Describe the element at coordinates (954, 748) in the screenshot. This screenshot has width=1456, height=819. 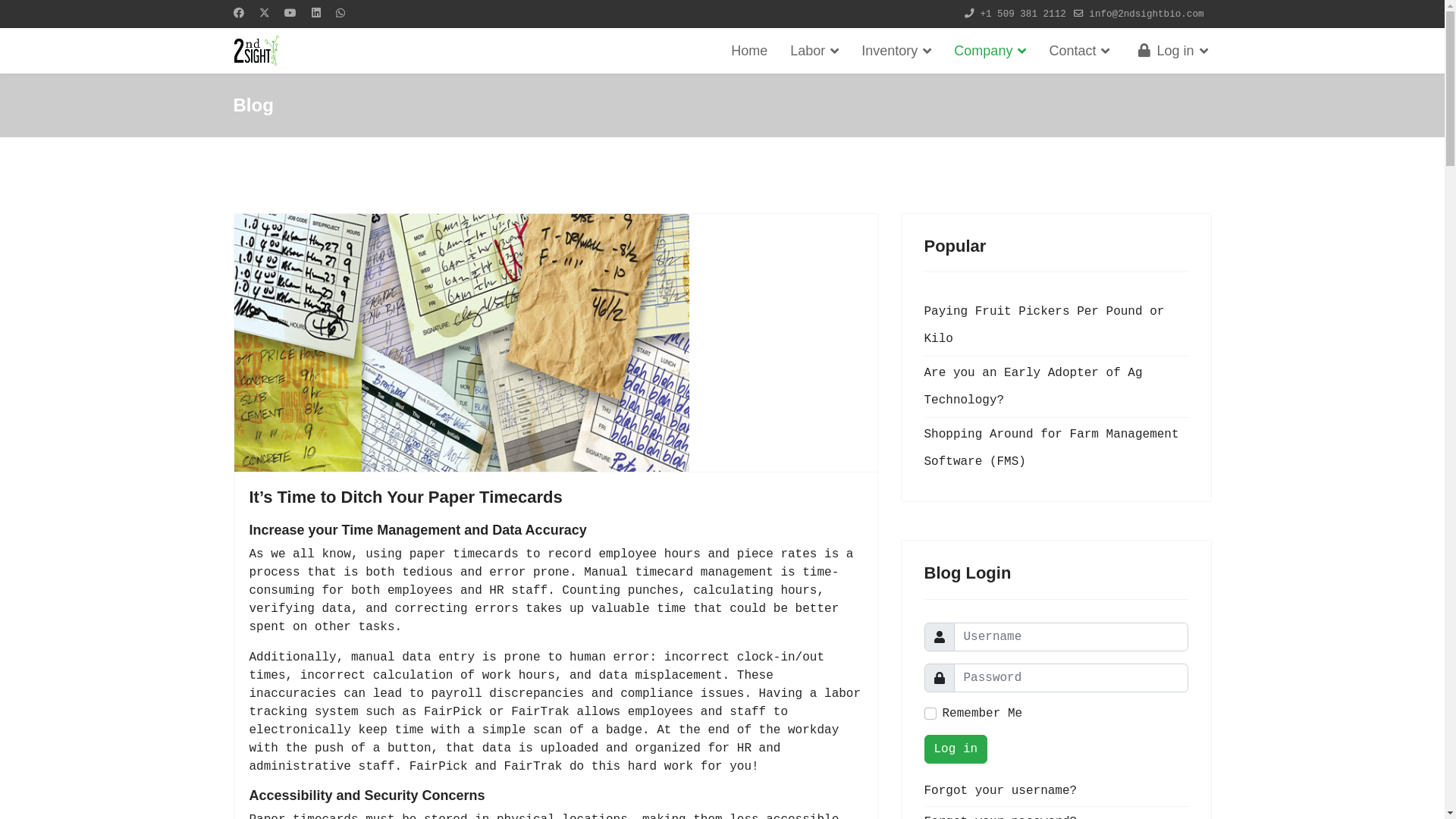
I see `'Log in'` at that location.